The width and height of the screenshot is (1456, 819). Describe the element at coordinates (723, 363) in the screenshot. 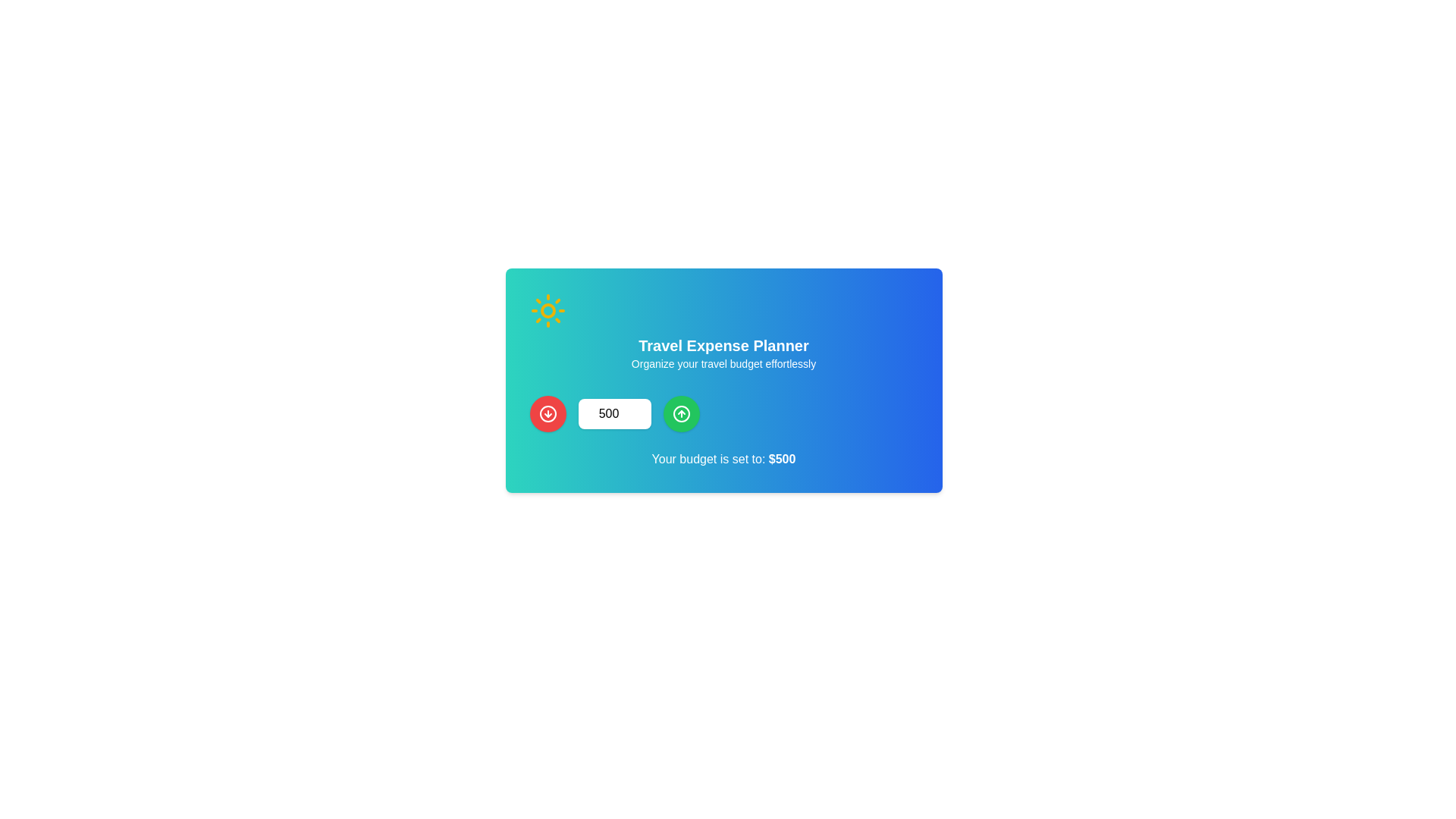

I see `the static text that reads 'Organize your travel budget effortlessly', located beneath the header 'Travel Expense Planner', styled in white color on a gradient background` at that location.